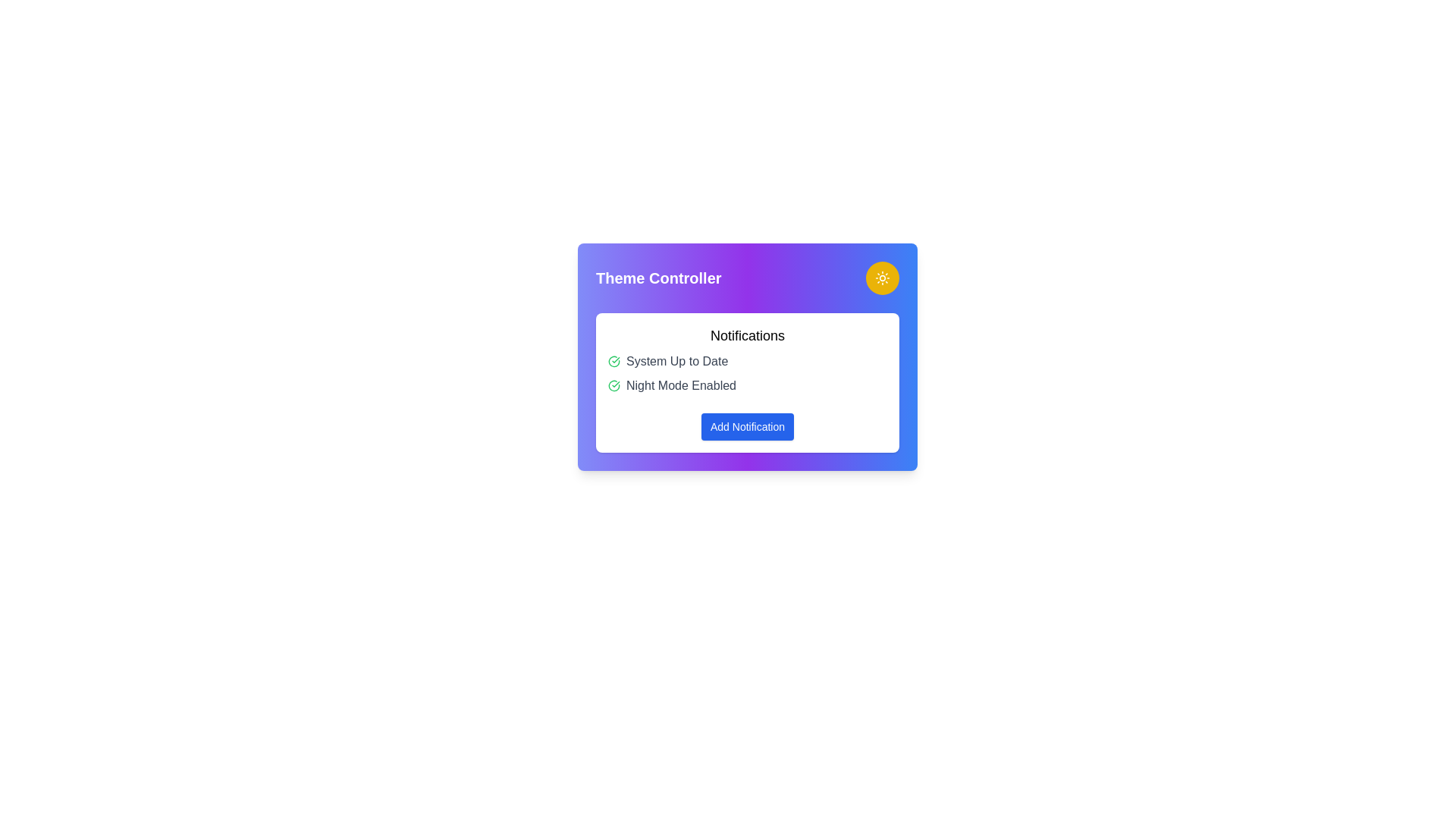 The width and height of the screenshot is (1456, 819). What do you see at coordinates (614, 385) in the screenshot?
I see `the circular green checkmark icon located to the left of the text 'Night Mode Enabled'` at bounding box center [614, 385].